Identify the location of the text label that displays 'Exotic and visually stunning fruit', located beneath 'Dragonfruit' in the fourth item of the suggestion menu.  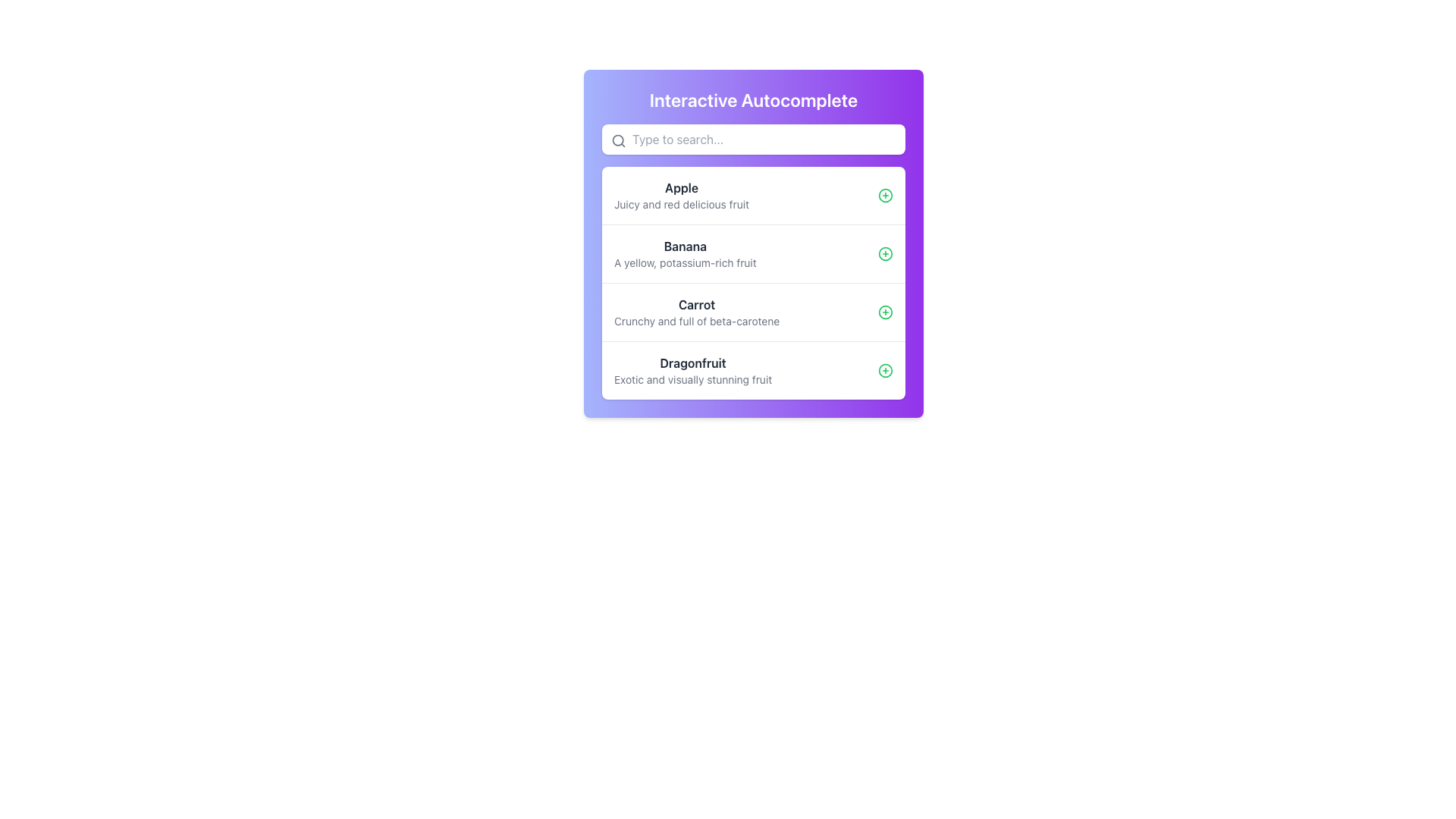
(692, 379).